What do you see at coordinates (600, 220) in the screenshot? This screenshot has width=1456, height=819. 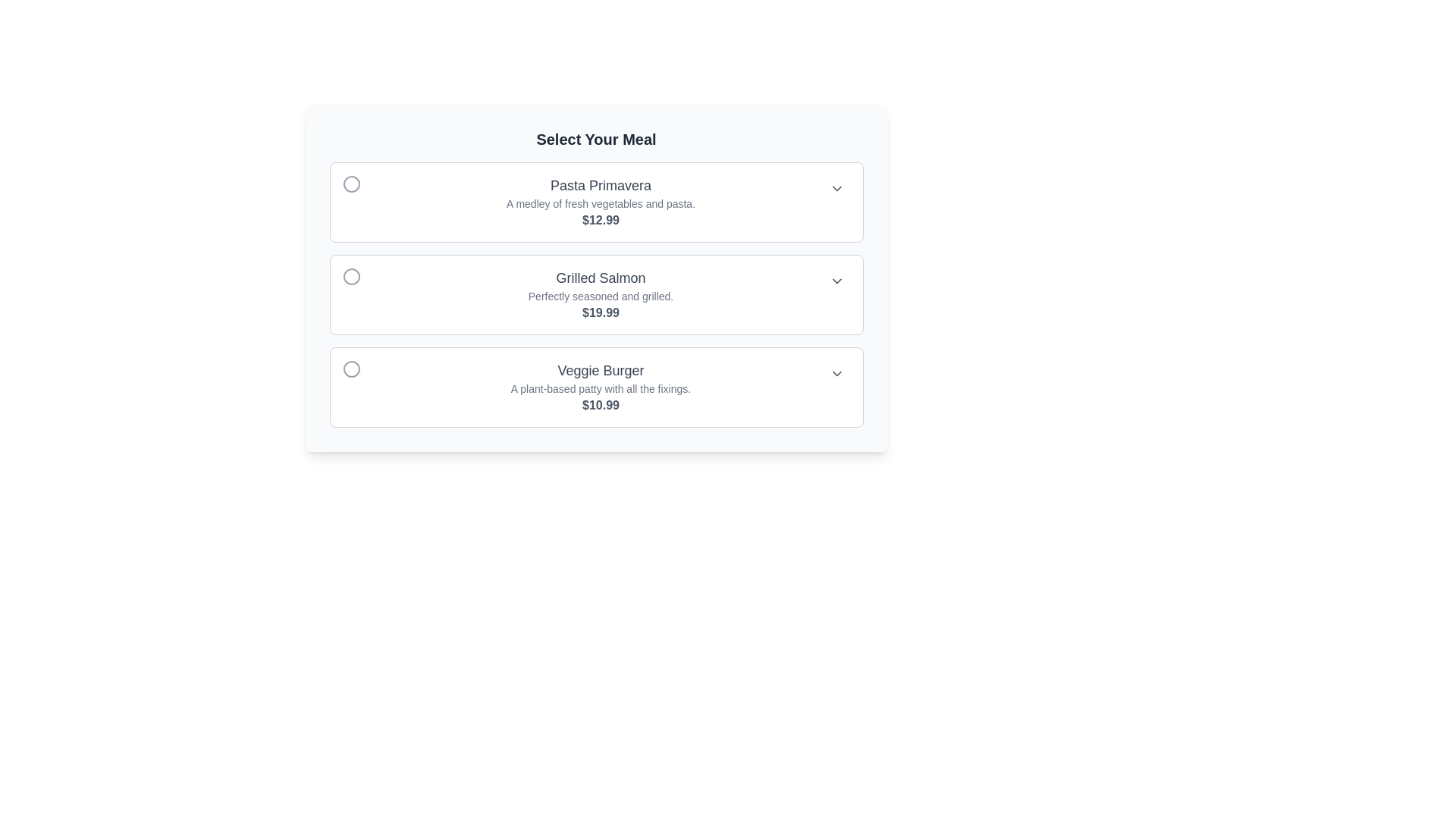 I see `the price display text label for the menu item 'Pasta Primavera', which is located at the bottom-center of the content box` at bounding box center [600, 220].